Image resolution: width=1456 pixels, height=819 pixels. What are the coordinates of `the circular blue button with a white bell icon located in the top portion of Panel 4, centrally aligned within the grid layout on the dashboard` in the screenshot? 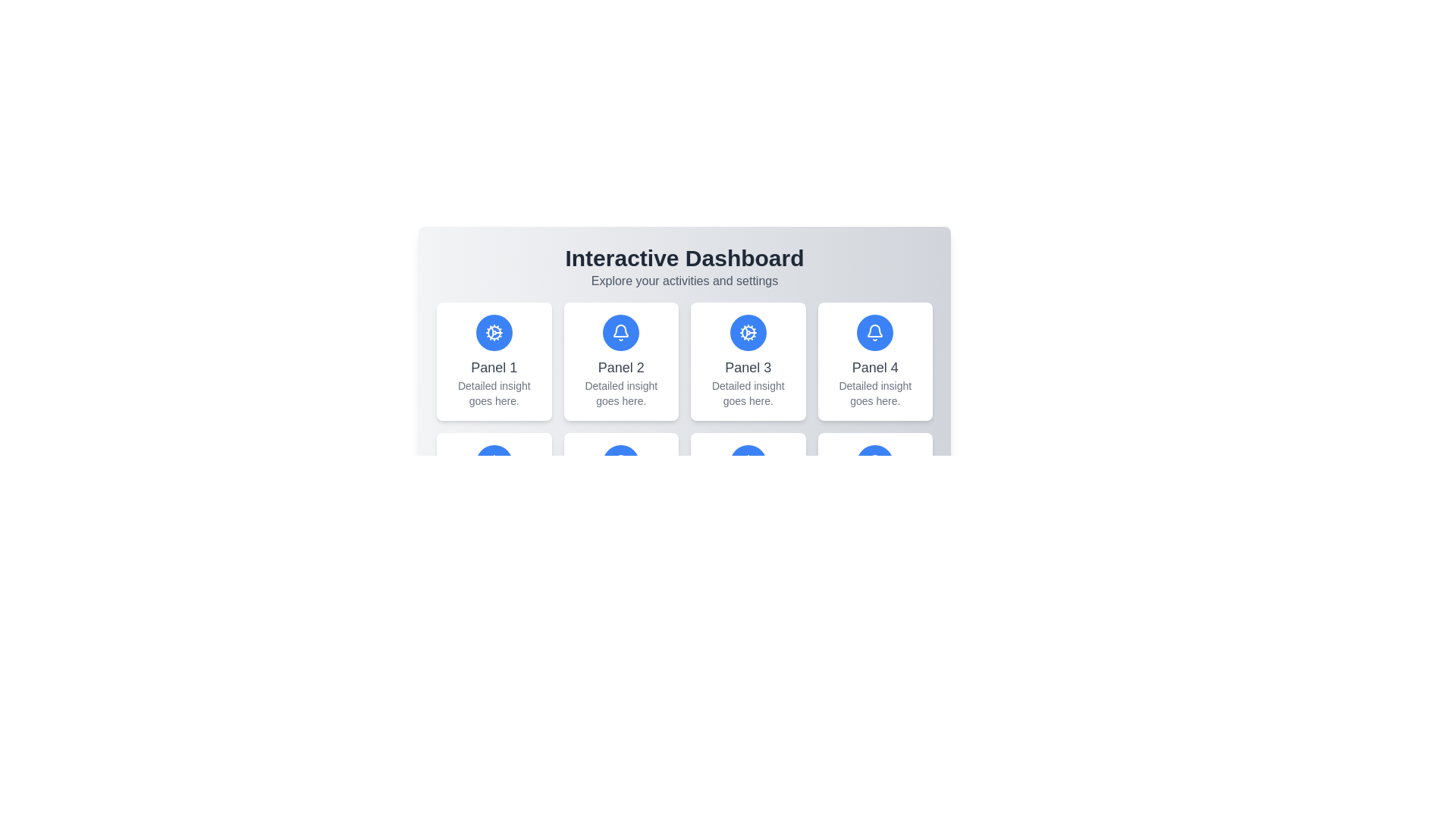 It's located at (875, 332).